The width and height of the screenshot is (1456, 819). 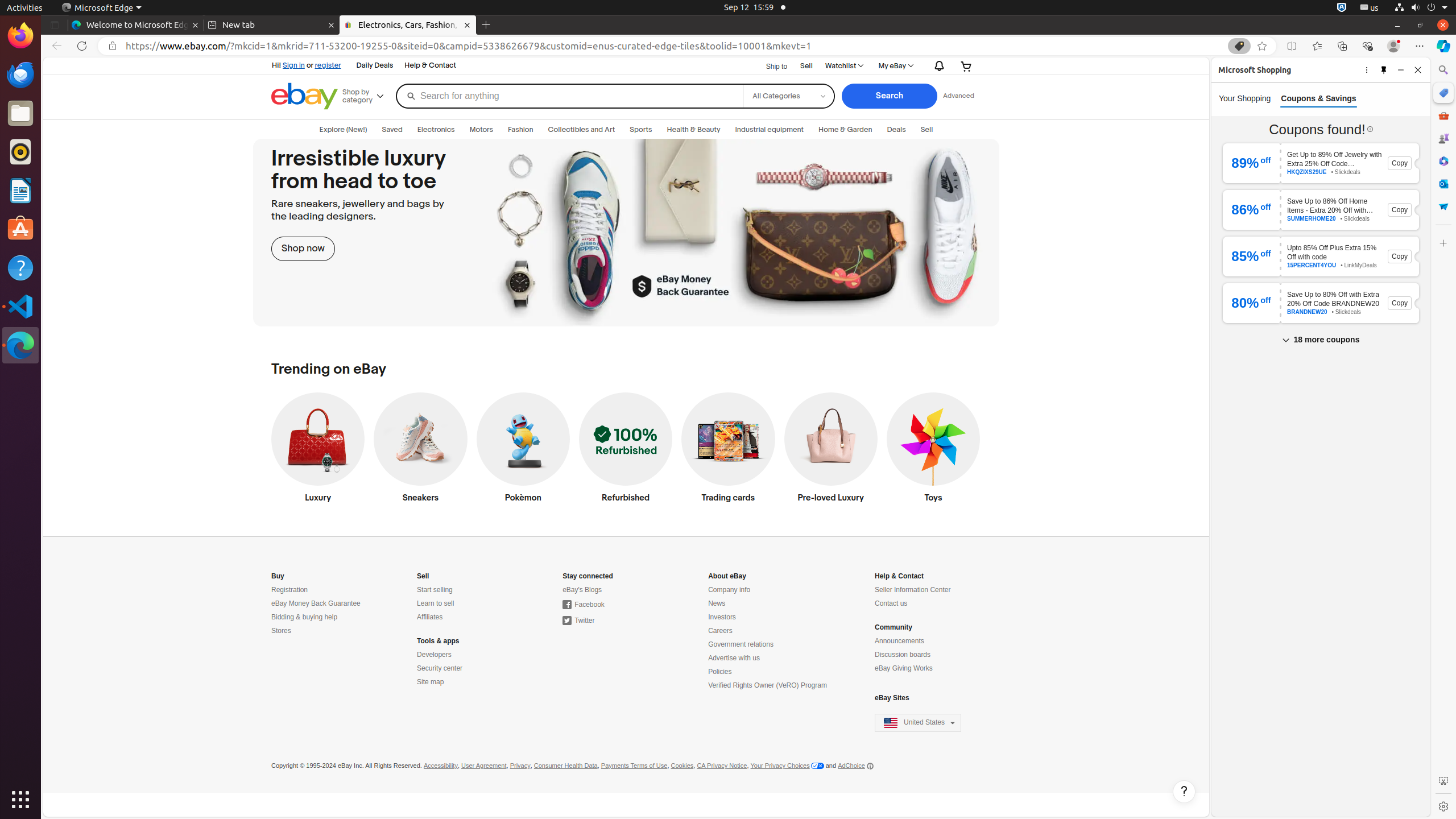 What do you see at coordinates (1442, 806) in the screenshot?
I see `'Settings'` at bounding box center [1442, 806].